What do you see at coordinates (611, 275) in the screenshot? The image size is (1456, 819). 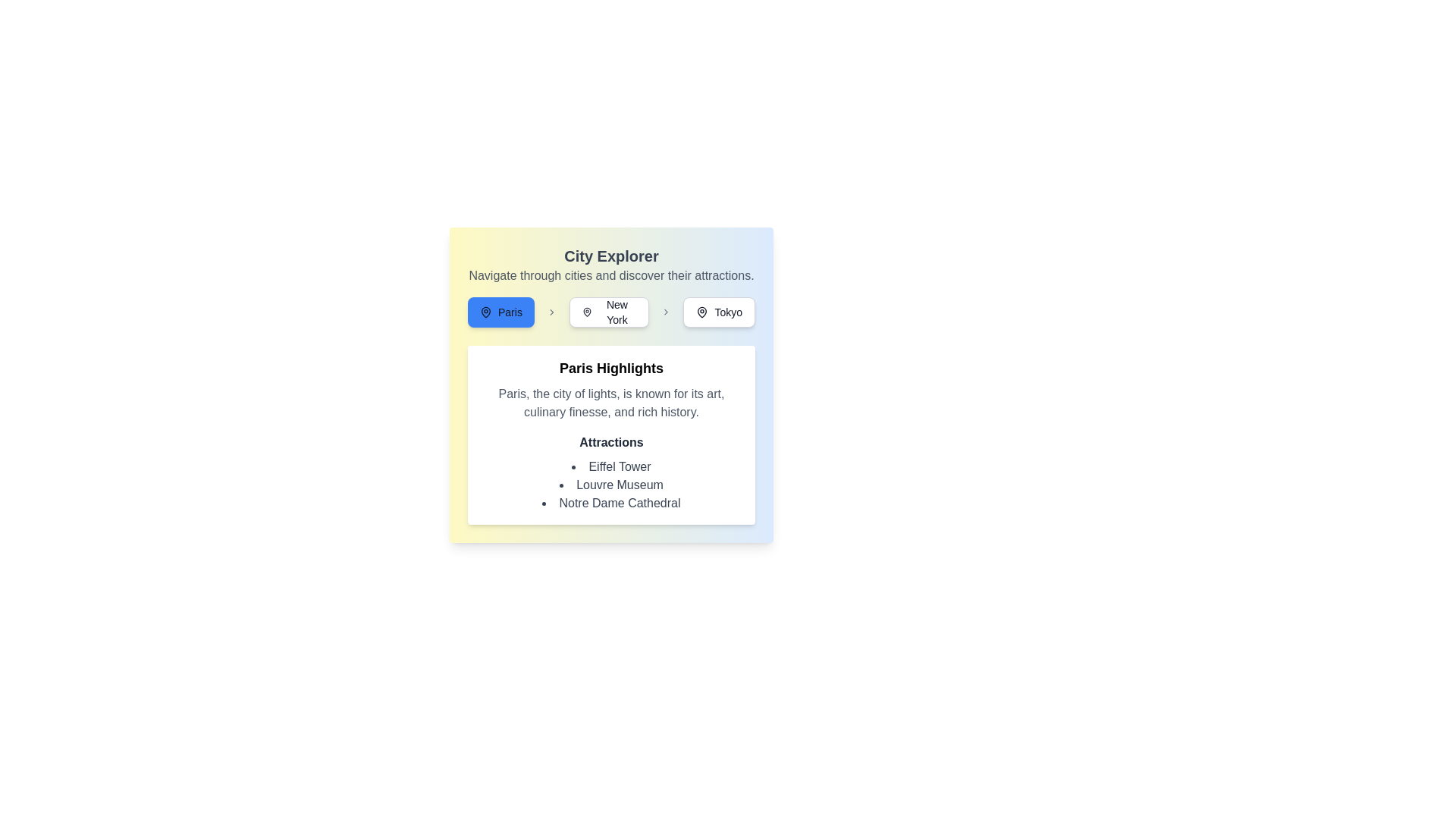 I see `the text element displaying 'Navigate through cities and discover their attractions.' which is located beneath the 'City Explorer' header and is center-aligned` at bounding box center [611, 275].